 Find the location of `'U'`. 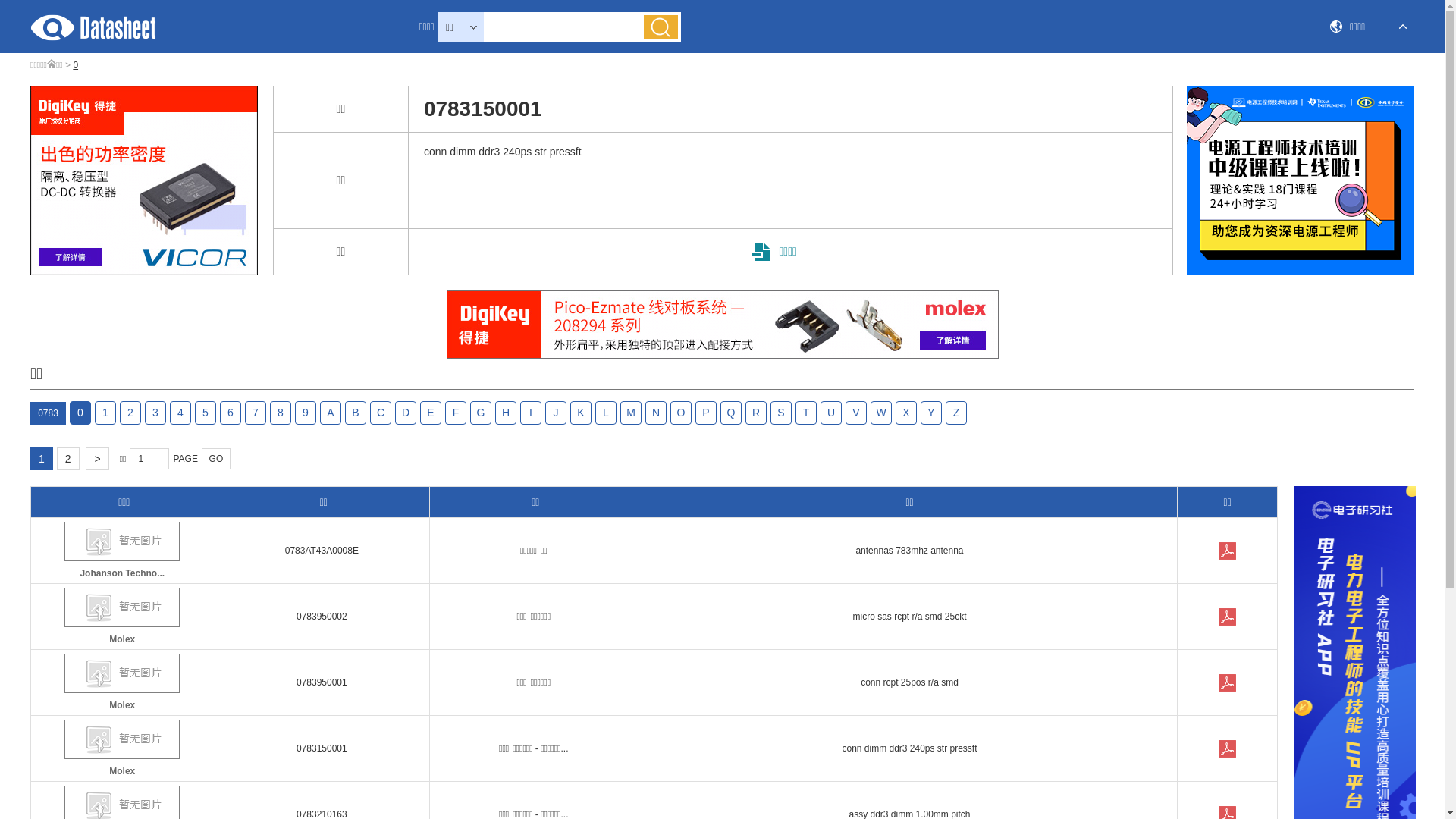

'U' is located at coordinates (830, 413).